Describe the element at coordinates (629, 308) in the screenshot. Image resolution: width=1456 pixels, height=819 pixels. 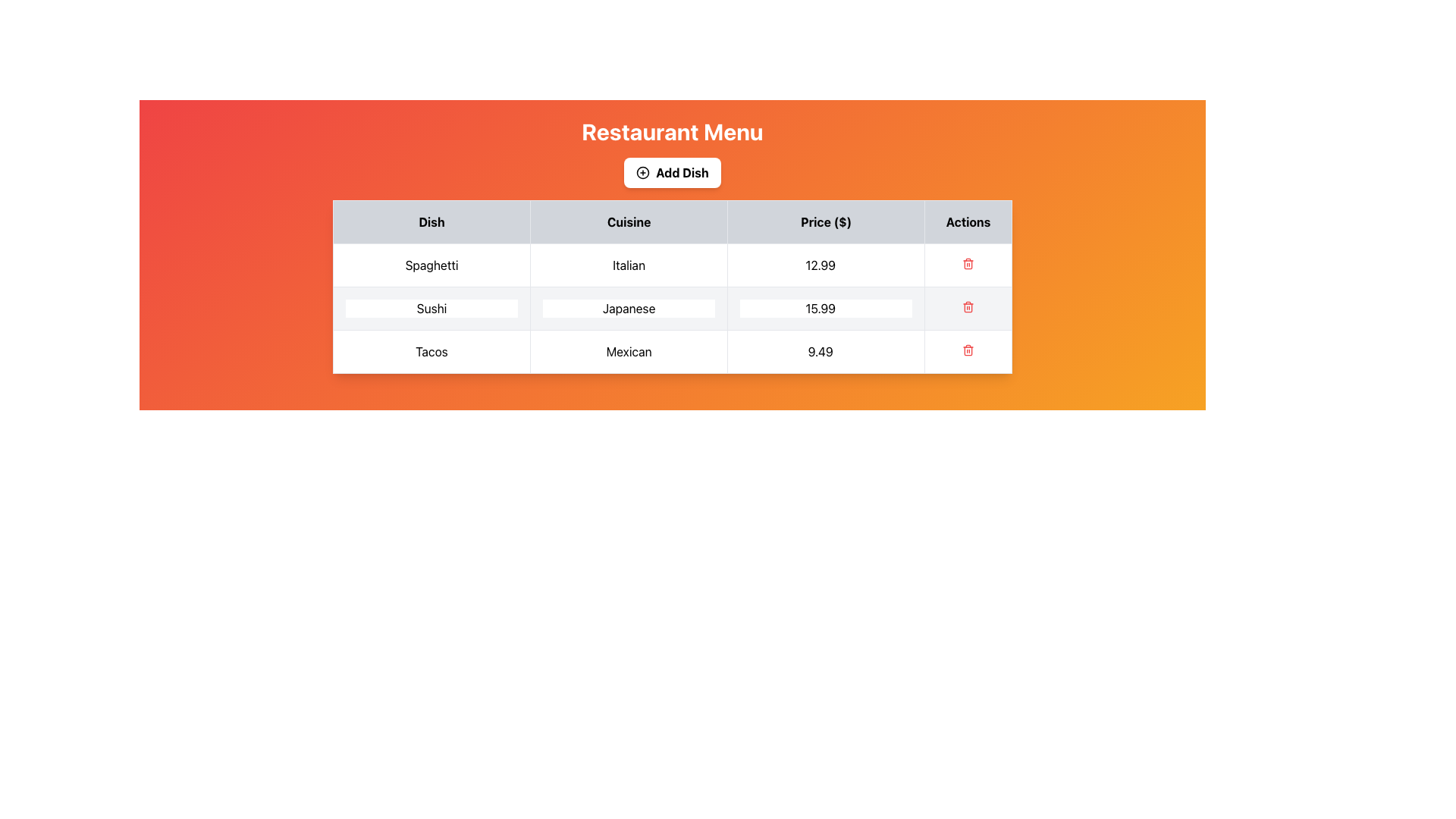
I see `the Text Input Field for the 'Cuisine' of the 'Sushi' dish entry to potentially view tooltips` at that location.